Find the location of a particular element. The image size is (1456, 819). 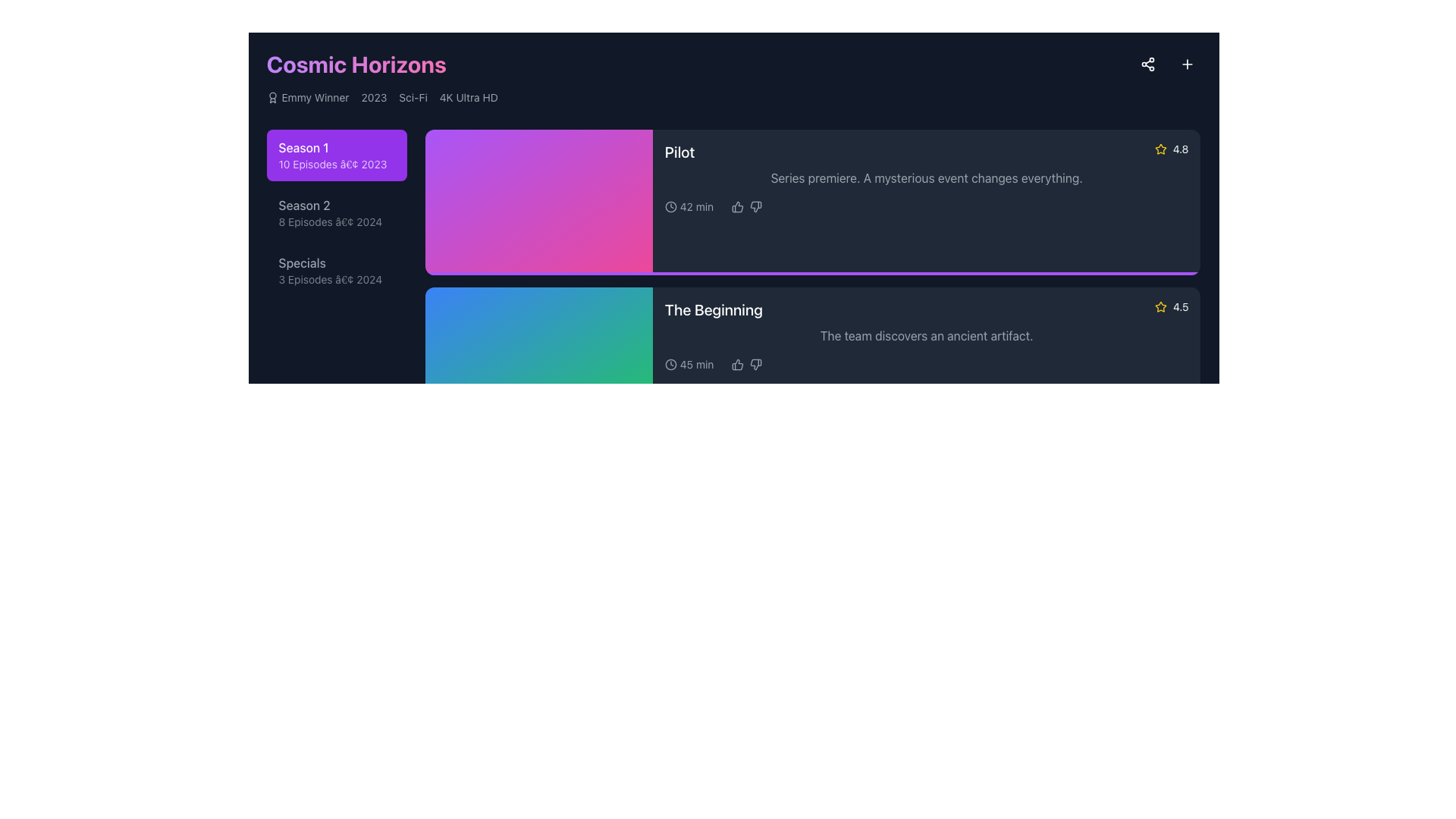

the static text display element showing the rating '4.8', which is located adjacent to a yellow star icon in the top-right corner of a card is located at coordinates (1180, 149).